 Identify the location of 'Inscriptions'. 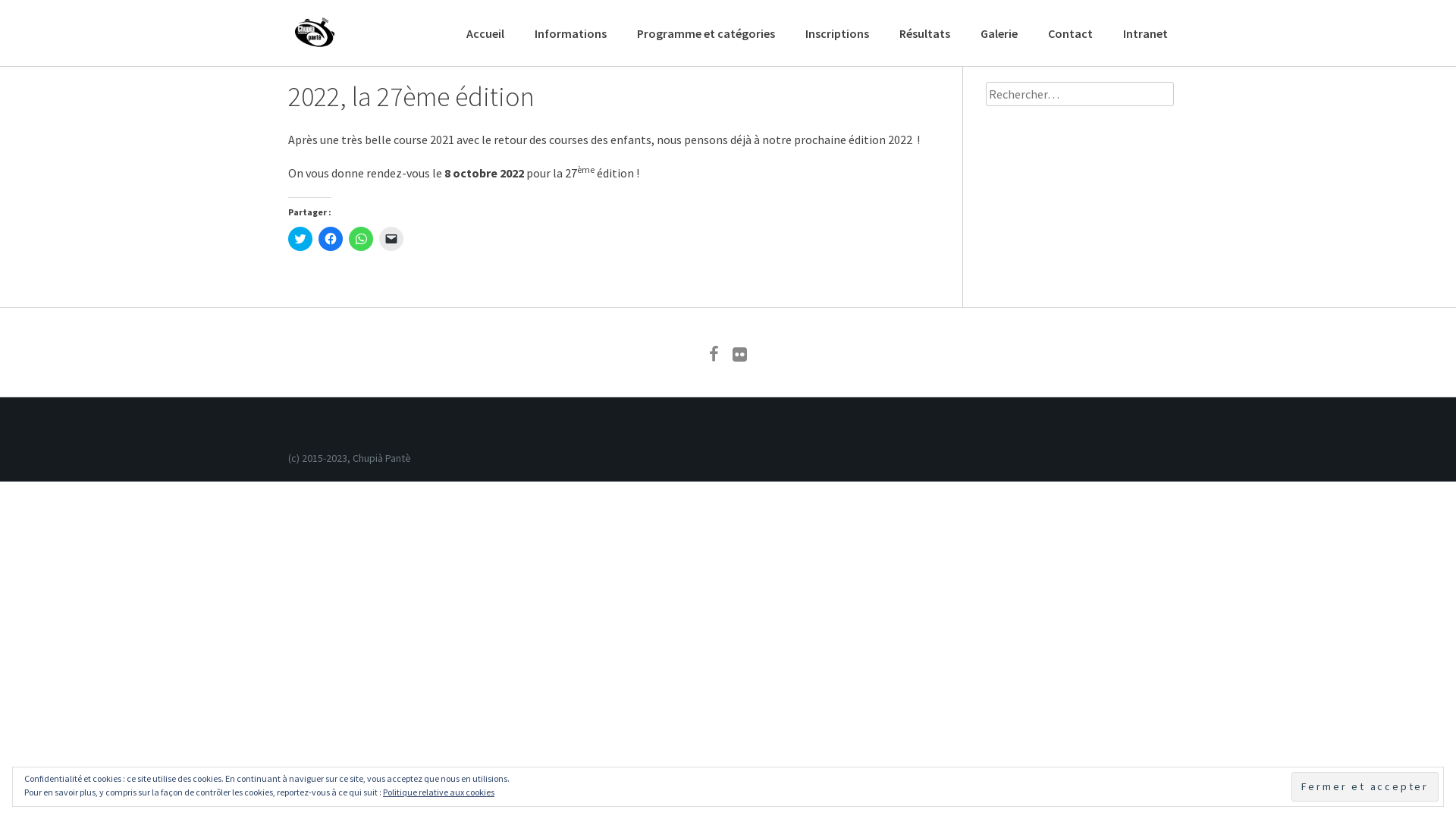
(836, 33).